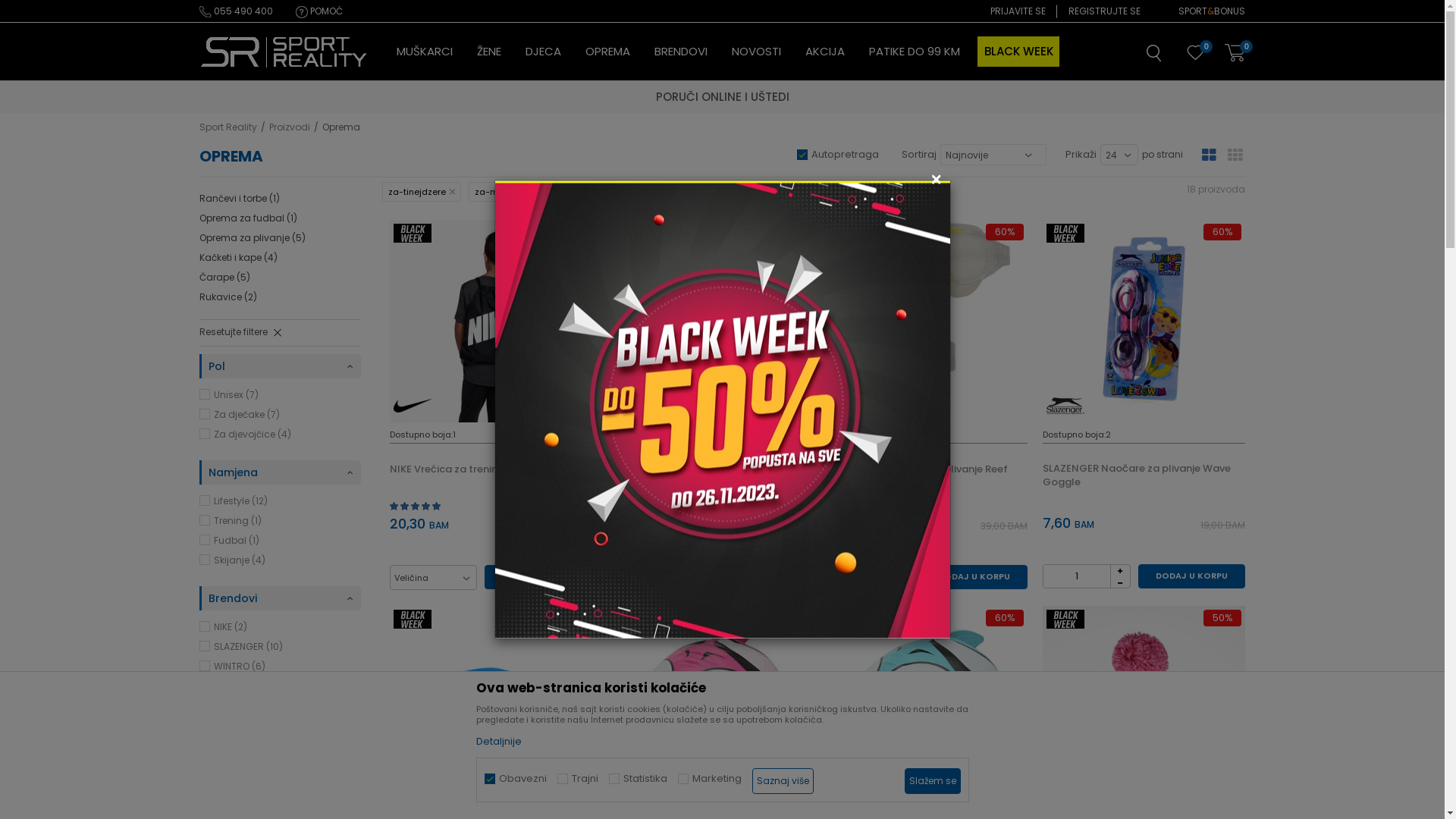 Image resolution: width=1456 pixels, height=819 pixels. I want to click on '055 490 400', so click(198, 11).